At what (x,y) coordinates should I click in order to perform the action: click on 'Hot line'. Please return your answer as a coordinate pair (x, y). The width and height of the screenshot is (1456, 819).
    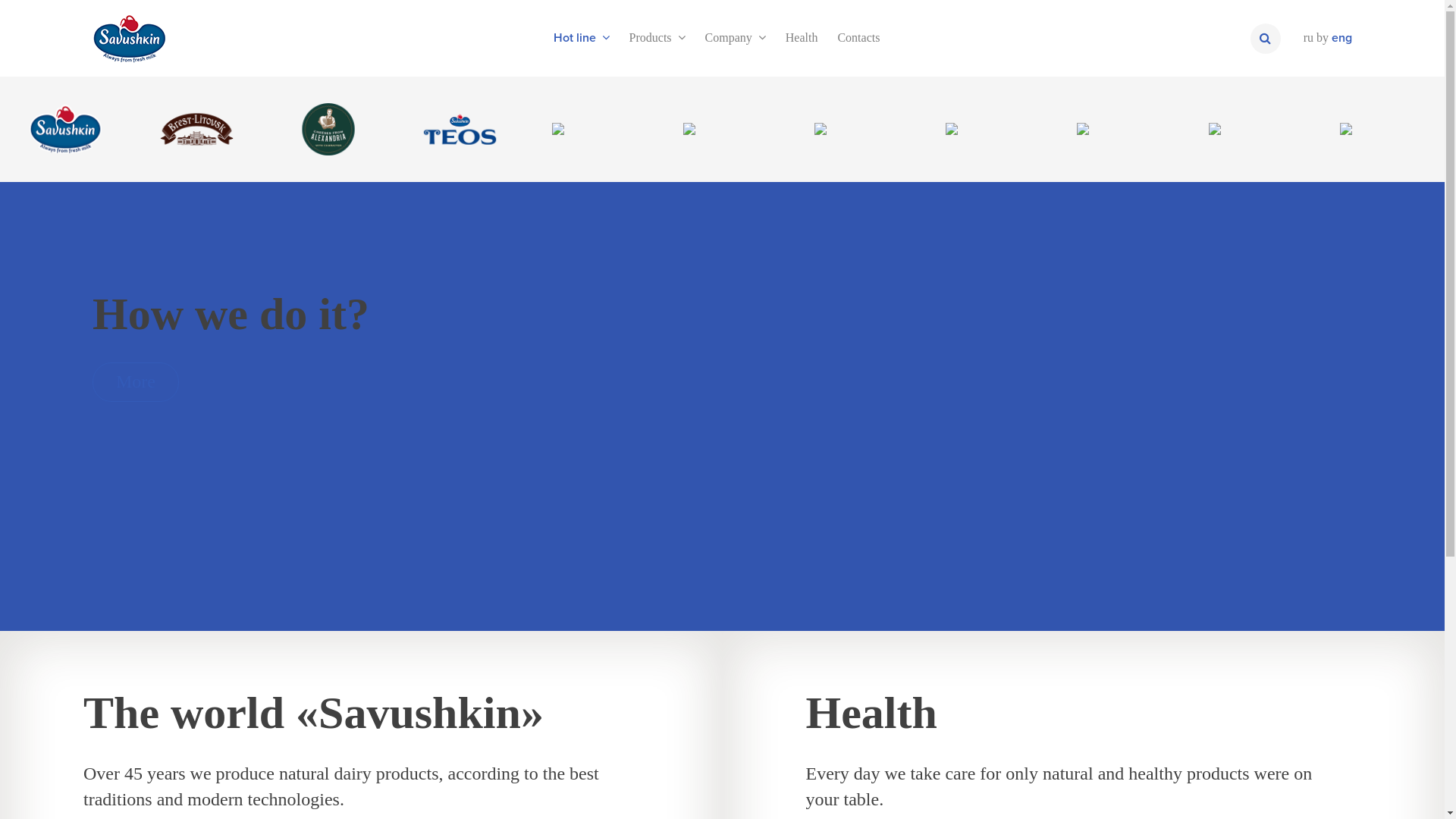
    Looking at the image, I should click on (581, 37).